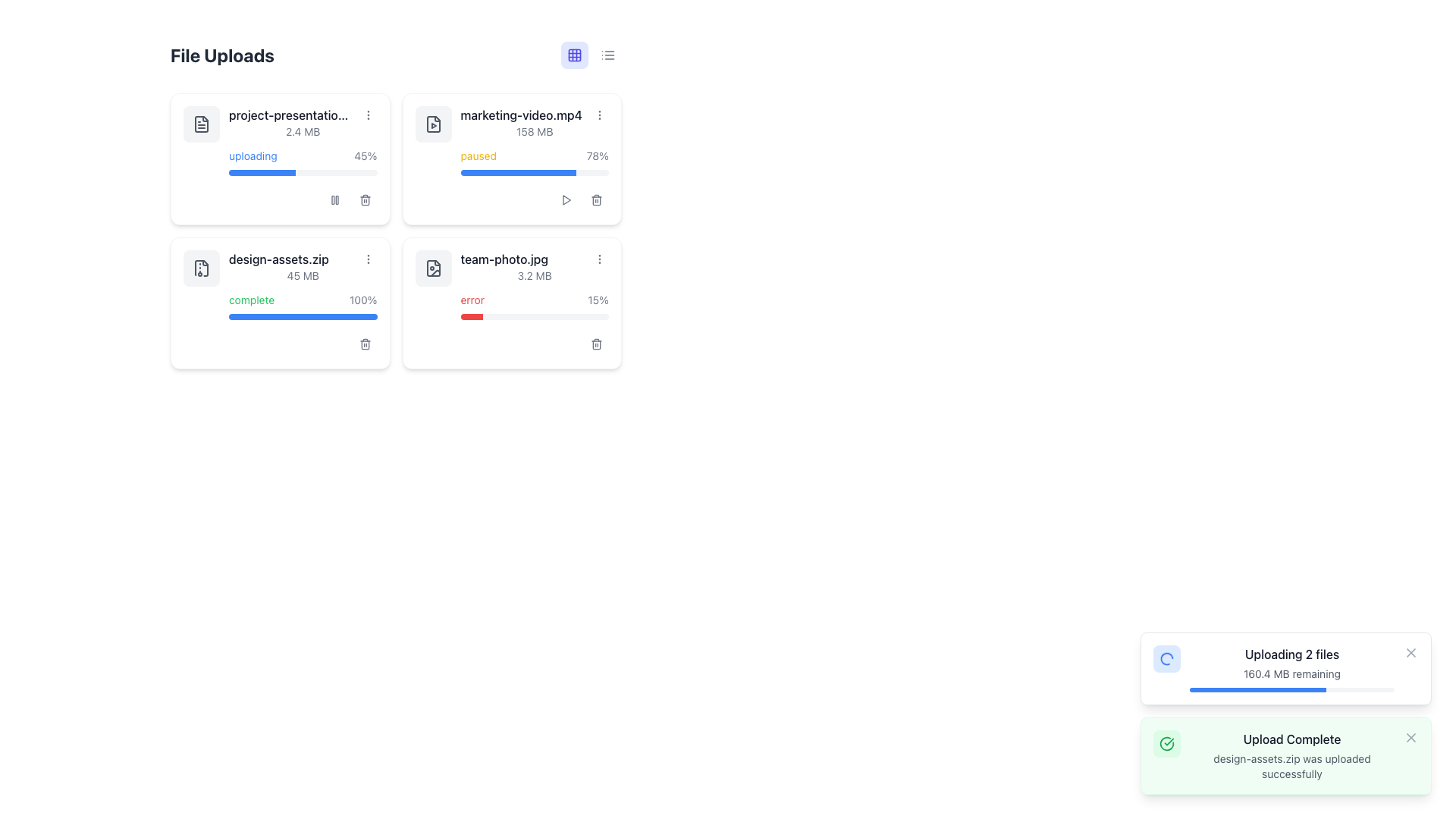 The width and height of the screenshot is (1456, 819). What do you see at coordinates (262, 171) in the screenshot?
I see `the blue progress bar that represents the file upload progress, positioned below the text 'uploading' and alongside '45%'` at bounding box center [262, 171].